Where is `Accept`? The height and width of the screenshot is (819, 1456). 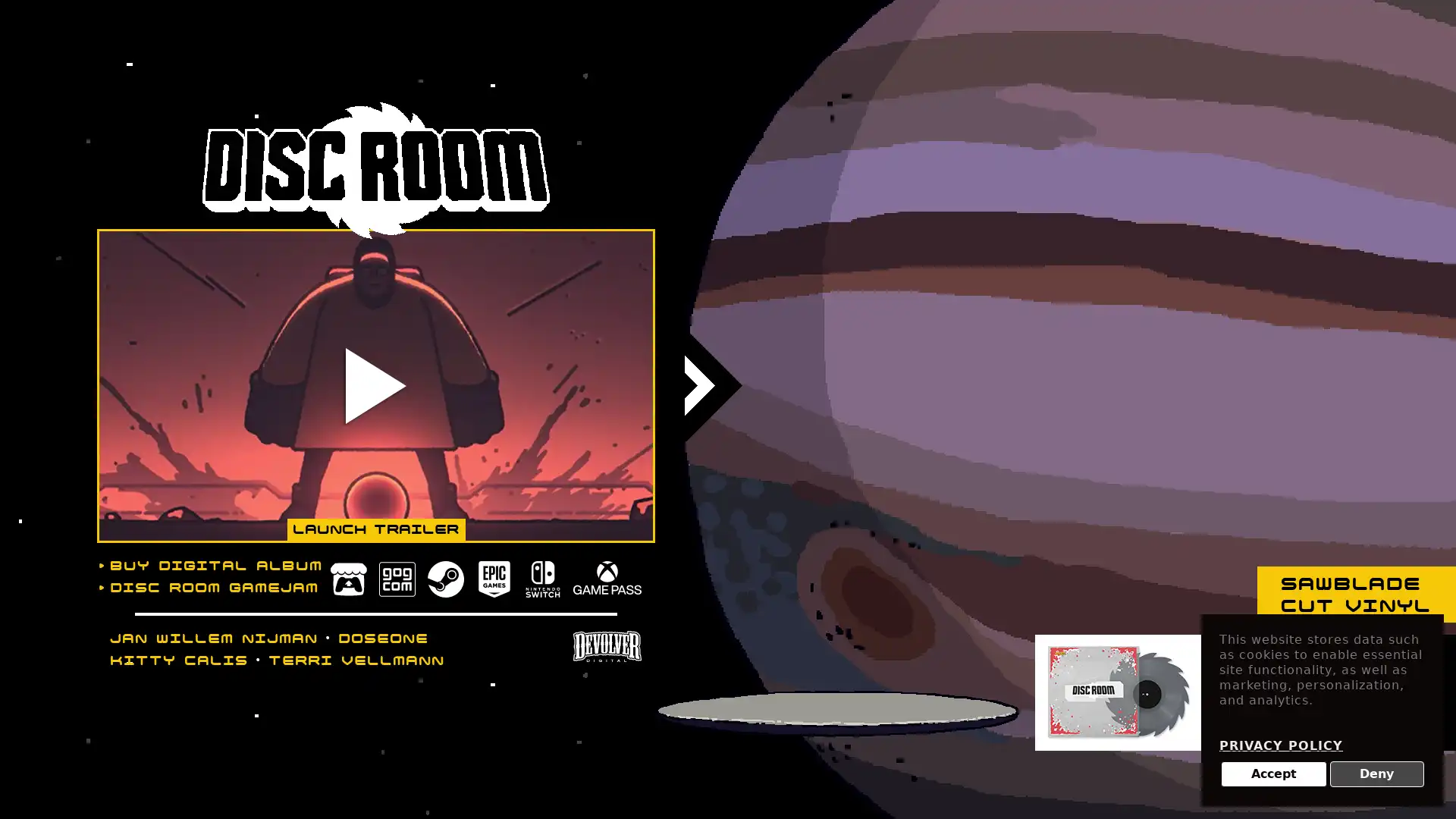 Accept is located at coordinates (1273, 774).